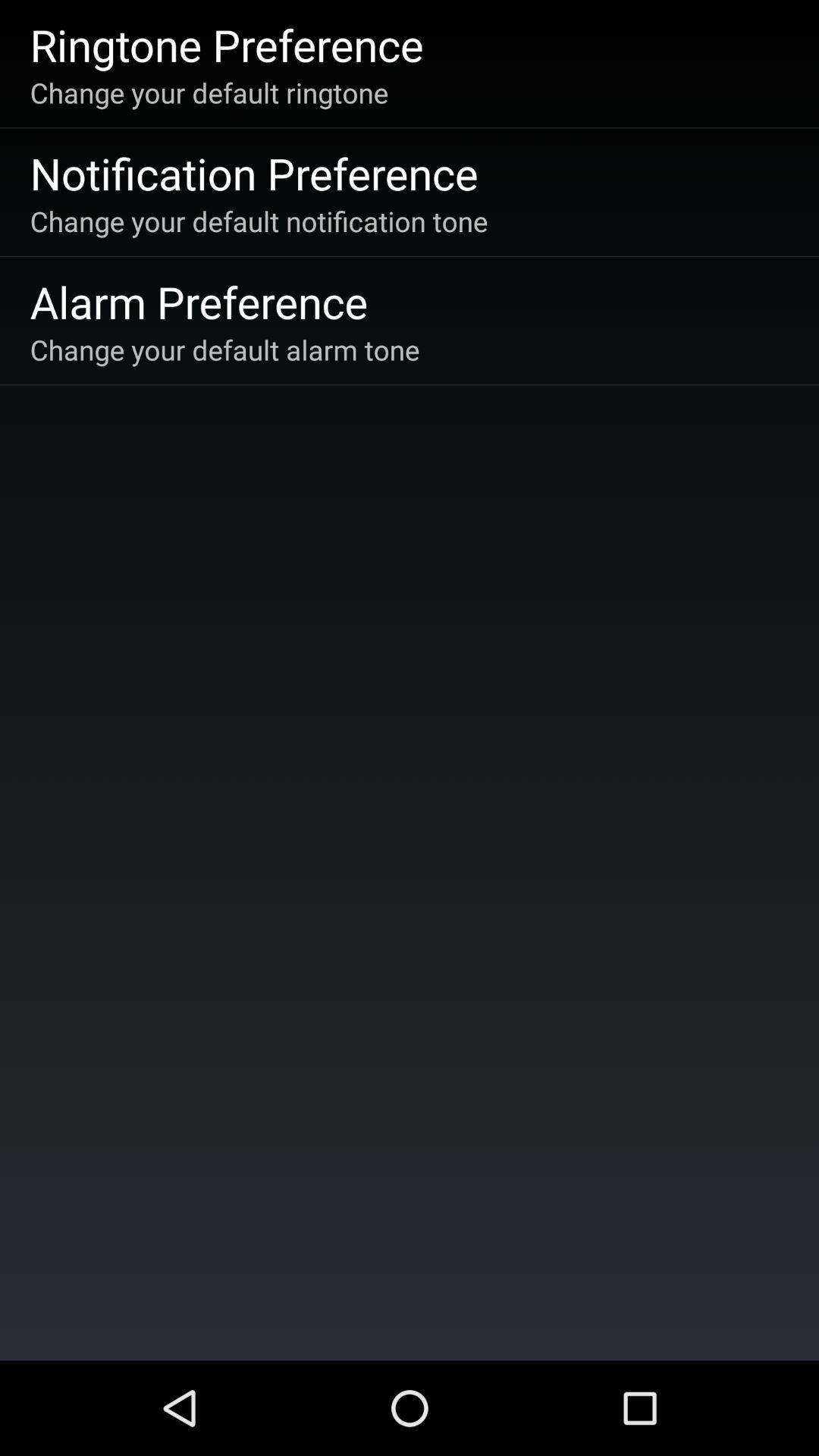 The image size is (819, 1456). Describe the element at coordinates (227, 44) in the screenshot. I see `the item above the change your default` at that location.